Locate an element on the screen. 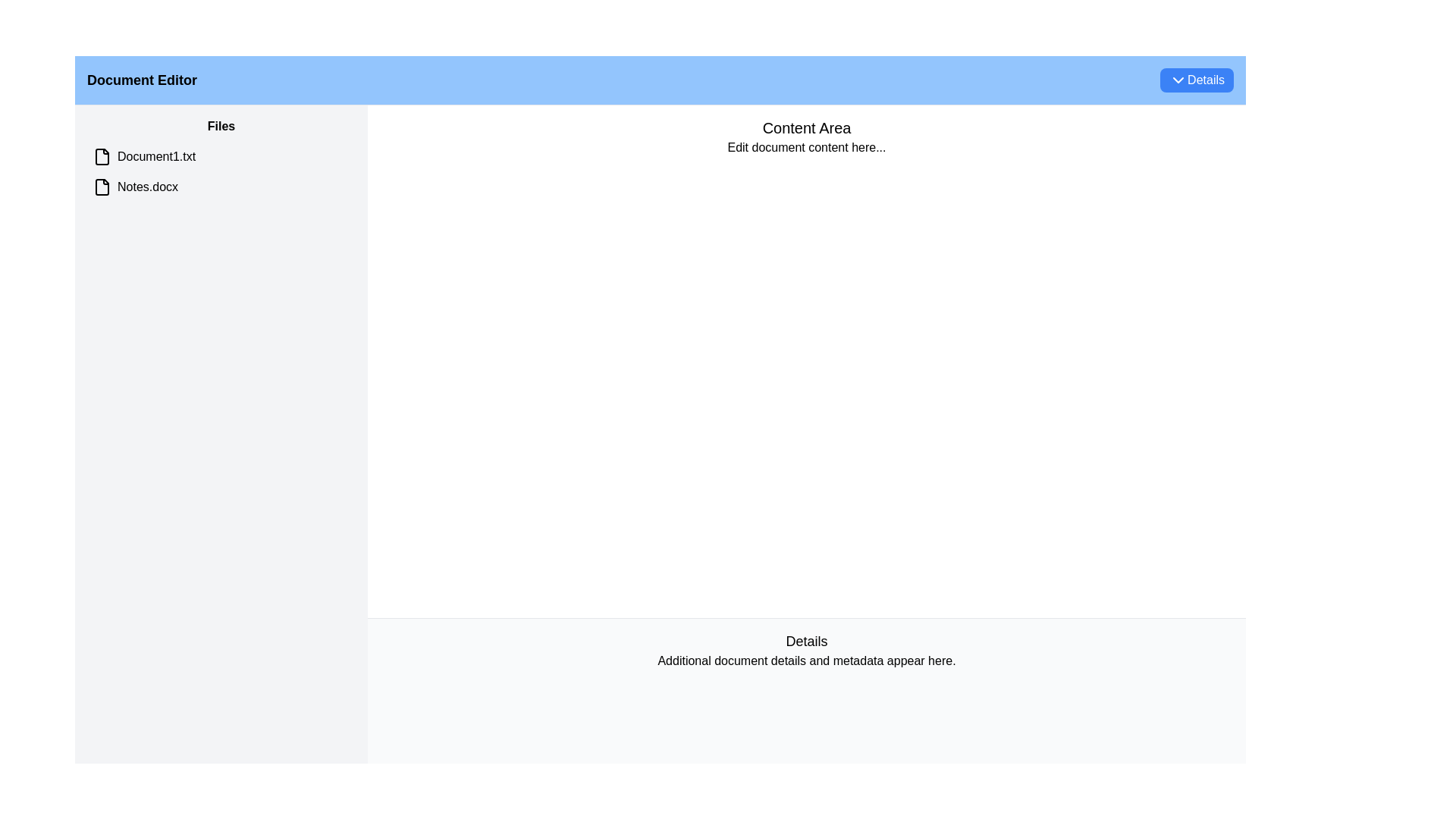 Image resolution: width=1456 pixels, height=819 pixels. the document icon located on the left side of the interface next to the 'Document1.txt' label is located at coordinates (101, 157).